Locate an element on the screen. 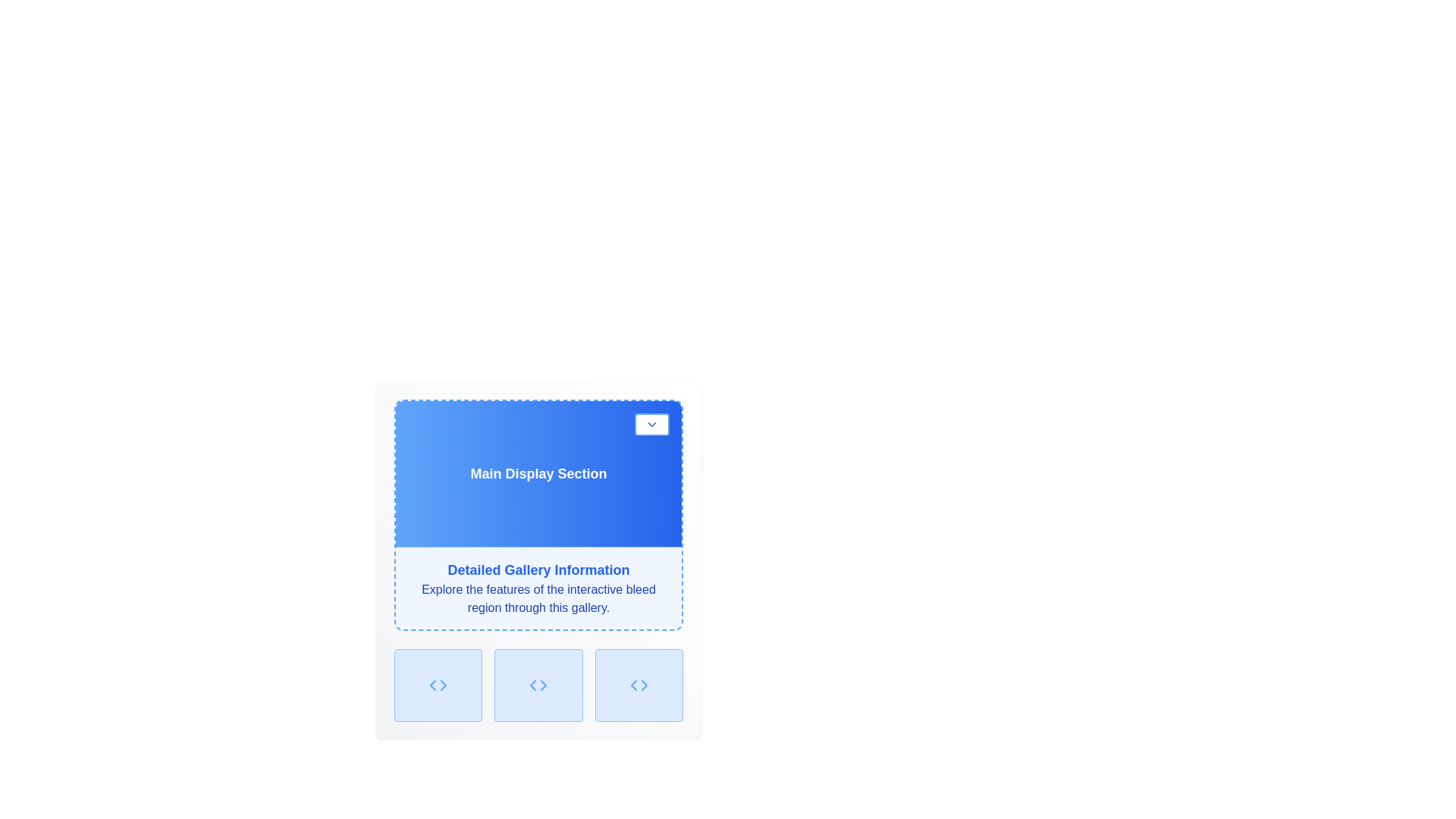 Image resolution: width=1456 pixels, height=819 pixels. the toggle button located in the upper-right corner of the 'Main Display Section' is located at coordinates (651, 424).